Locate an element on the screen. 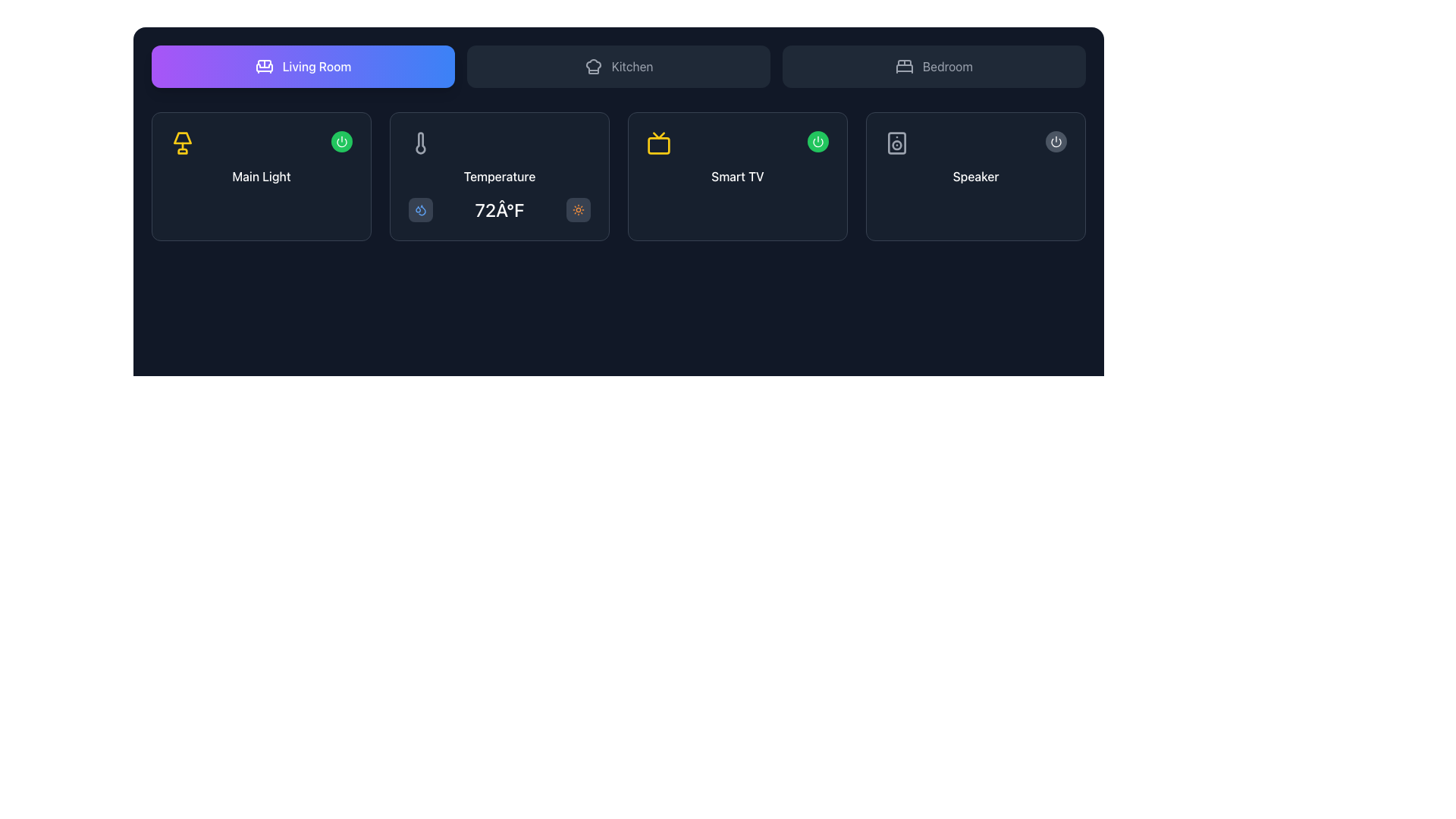 The height and width of the screenshot is (819, 1456). the humidity indicator button, which is located to the left of the text '72°F' in the 'Temperature' panel is located at coordinates (421, 210).